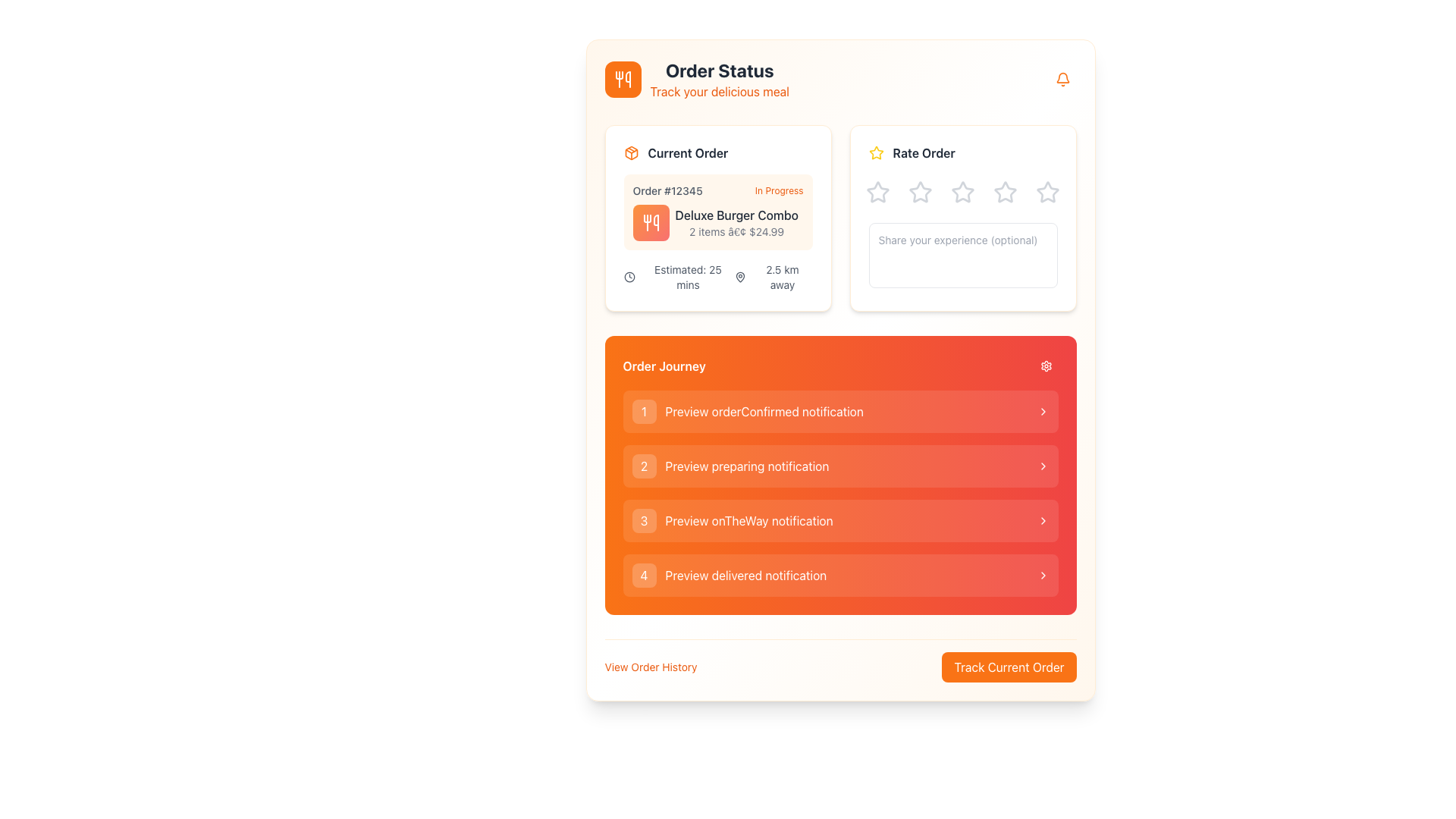 The image size is (1456, 819). I want to click on text of the Title Section element that contains the title 'Order Status' and subtitle 'Track your delicious meal' to understand its purpose, so click(696, 79).